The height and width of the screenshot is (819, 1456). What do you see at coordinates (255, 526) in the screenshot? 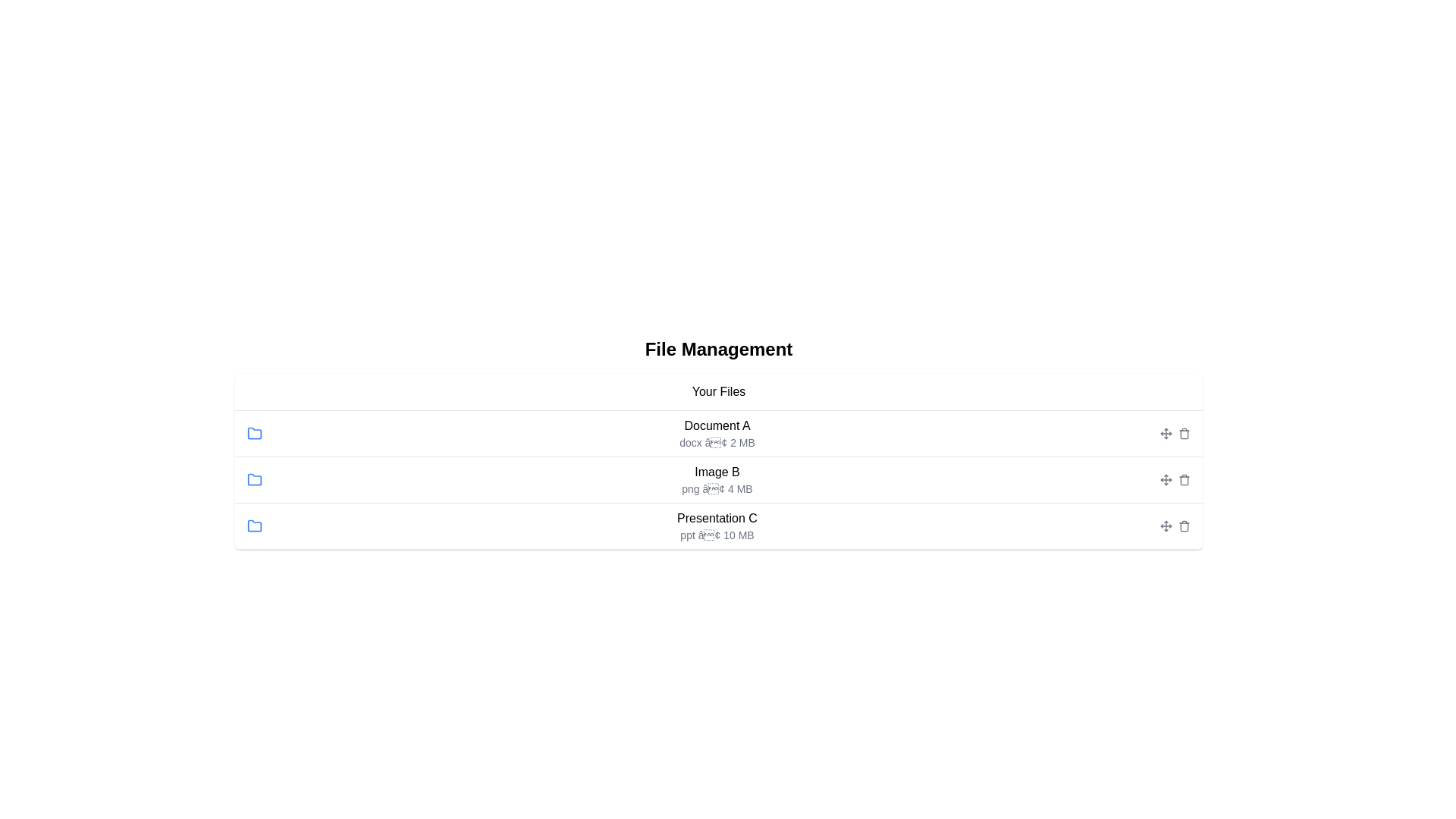
I see `the blue folder icon located to the left of 'Presentation Cppt • 10 MB' in the third row of the file list to trigger the tooltip or hover effect` at bounding box center [255, 526].